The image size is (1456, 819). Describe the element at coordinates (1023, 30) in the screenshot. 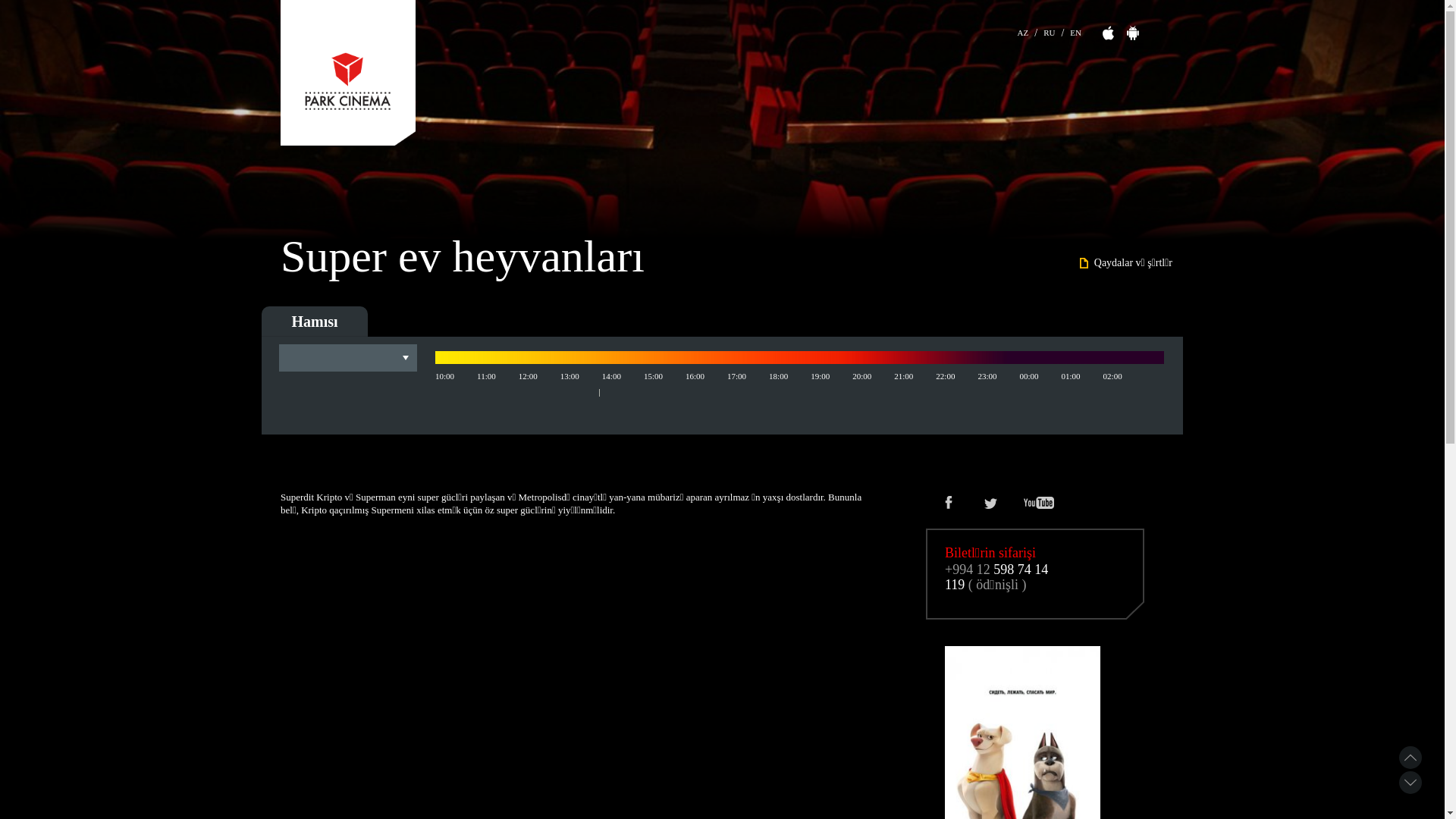

I see `'AZ'` at that location.